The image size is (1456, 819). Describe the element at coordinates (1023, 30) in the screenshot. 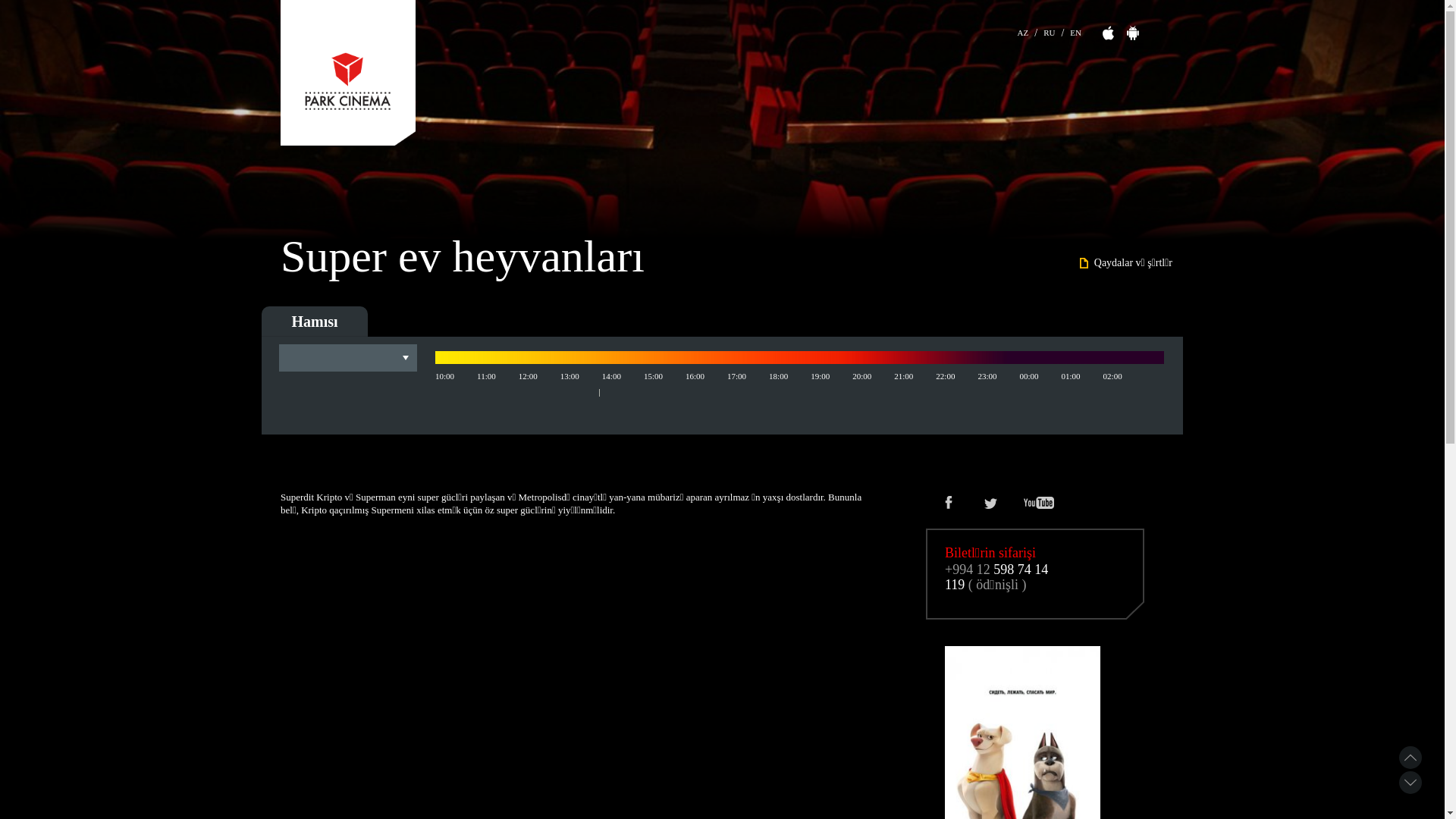

I see `'AZ'` at that location.